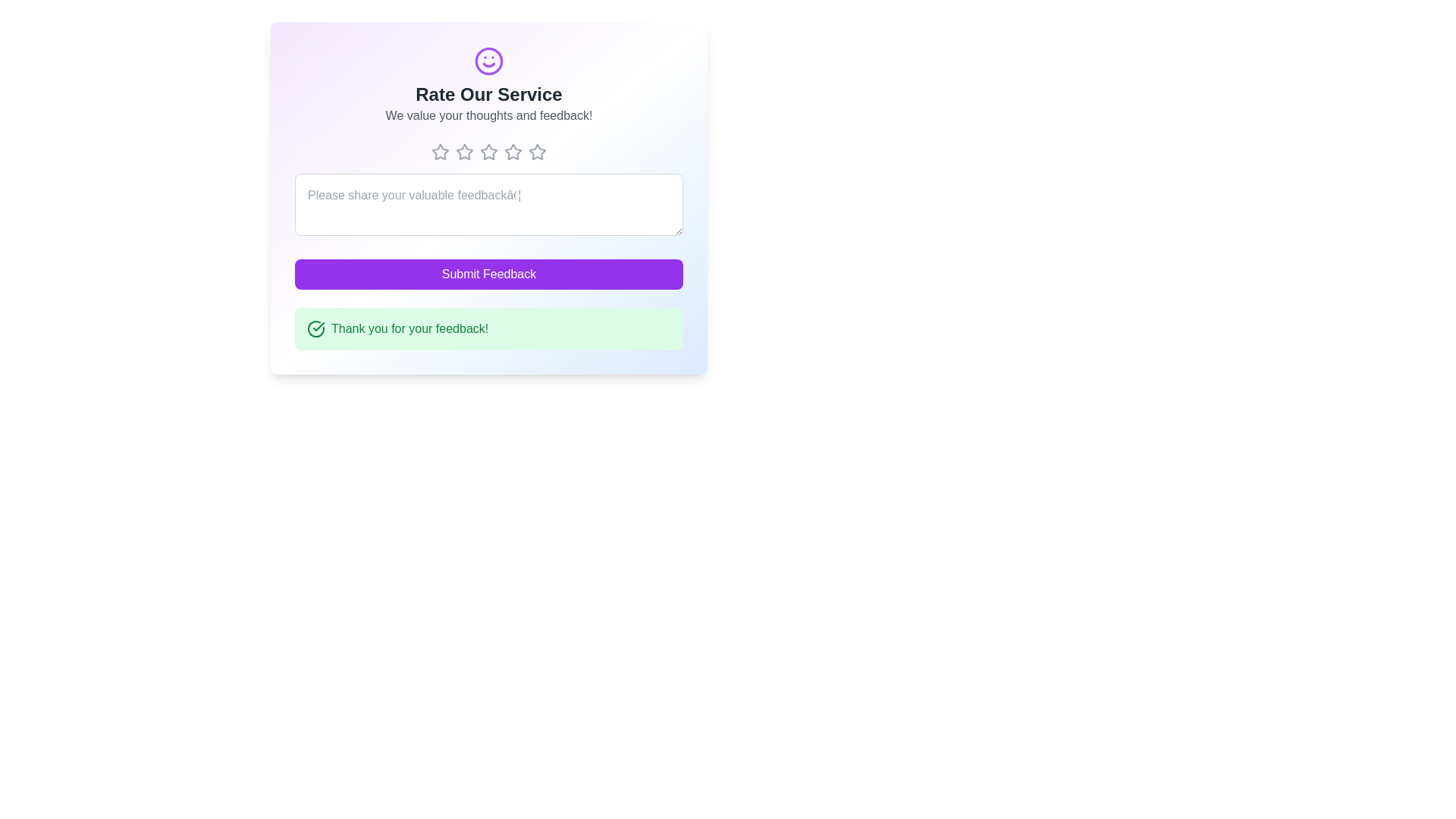  Describe the element at coordinates (464, 152) in the screenshot. I see `the second star icon in the rating system located below 'Rate Our Service'` at that location.